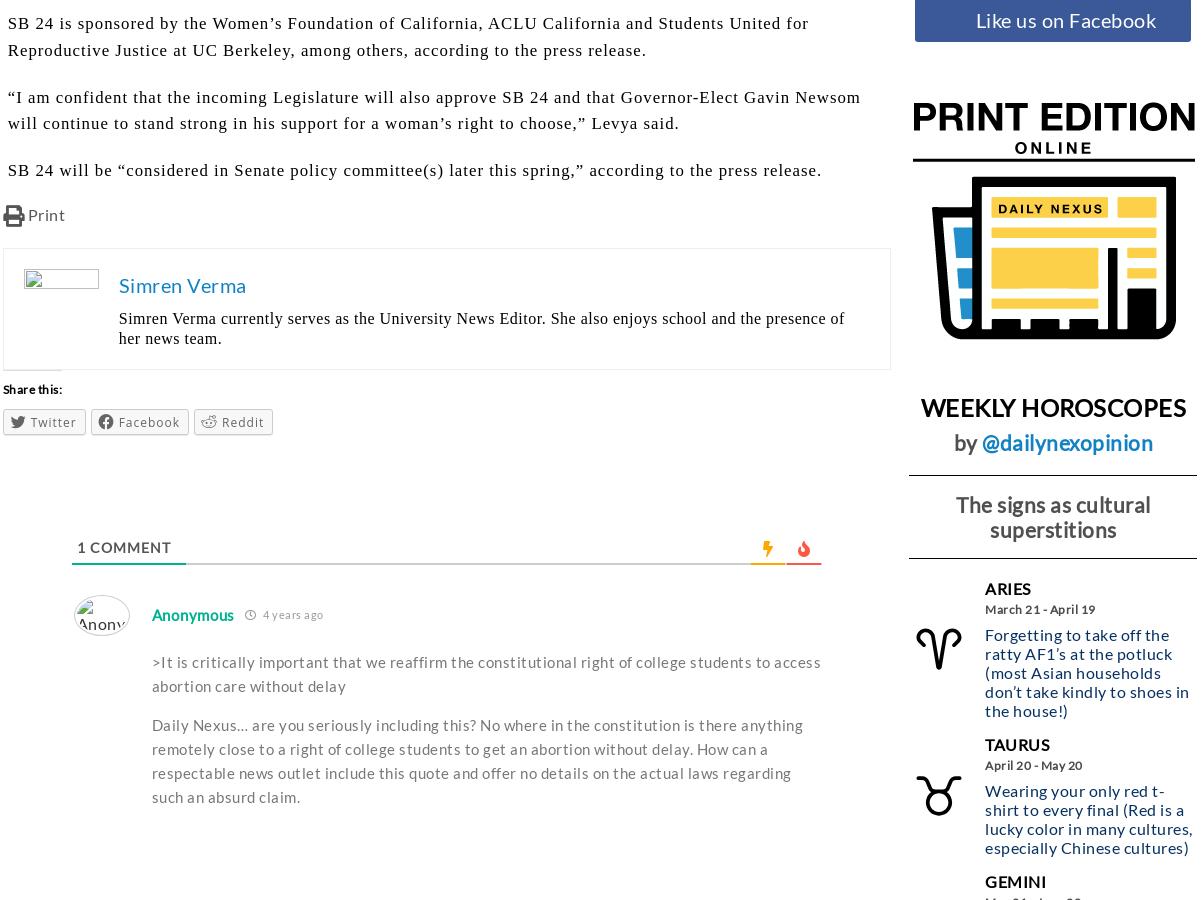  What do you see at coordinates (1007, 587) in the screenshot?
I see `'Aries'` at bounding box center [1007, 587].